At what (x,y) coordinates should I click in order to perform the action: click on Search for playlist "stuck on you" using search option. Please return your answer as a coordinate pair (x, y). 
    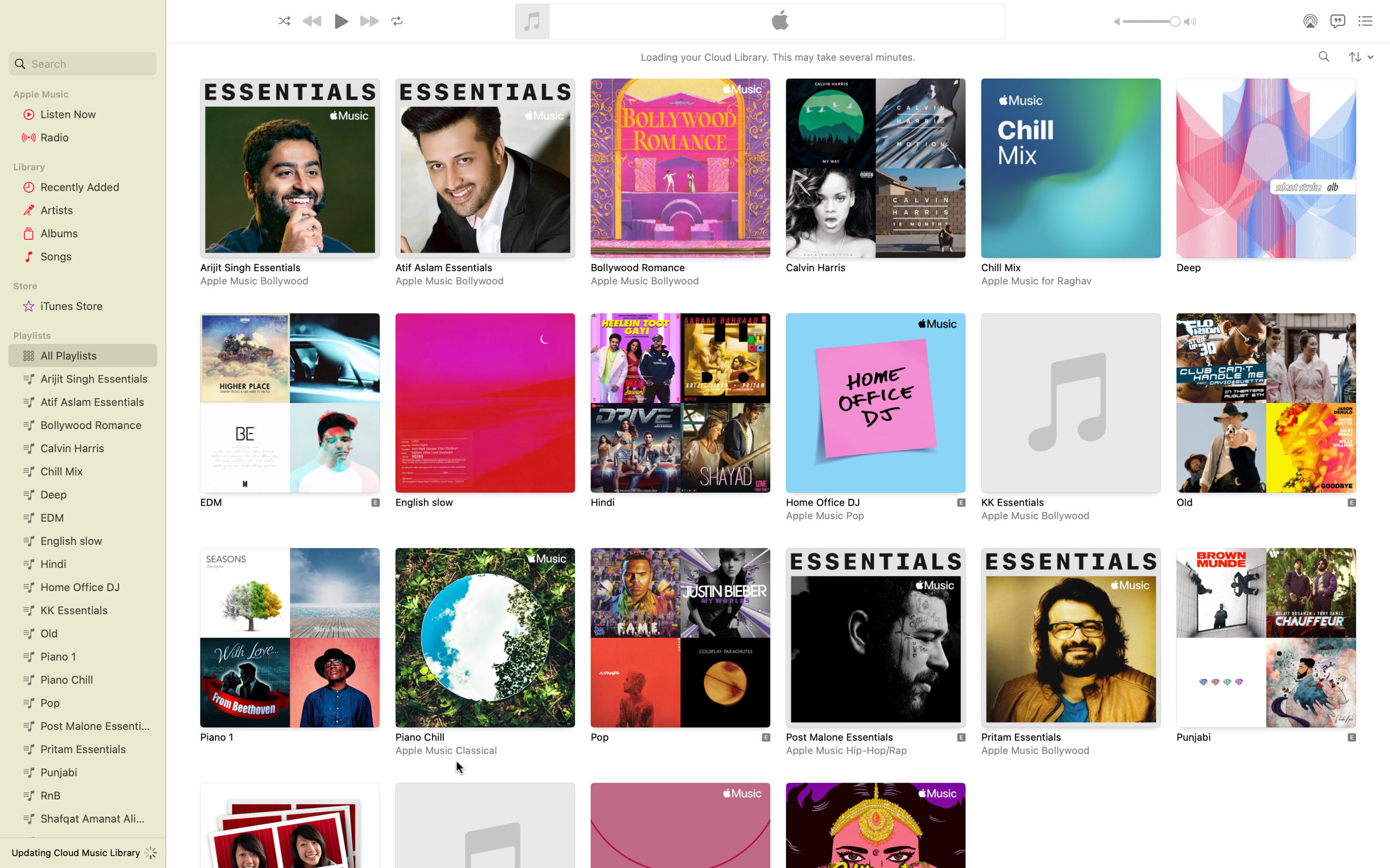
    Looking at the image, I should click on (81, 64).